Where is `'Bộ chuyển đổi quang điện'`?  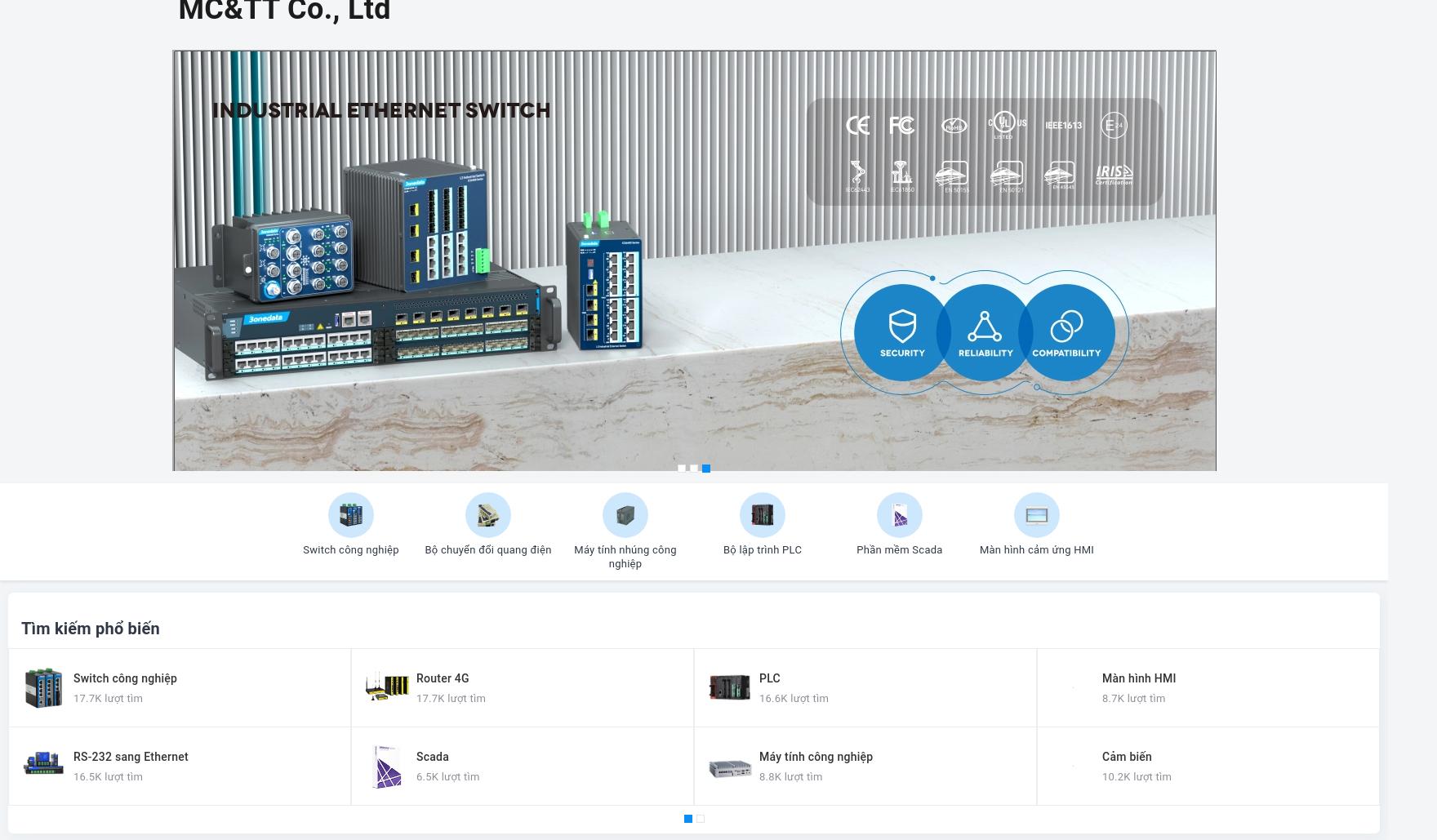
'Bộ chuyển đổi quang điện' is located at coordinates (425, 549).